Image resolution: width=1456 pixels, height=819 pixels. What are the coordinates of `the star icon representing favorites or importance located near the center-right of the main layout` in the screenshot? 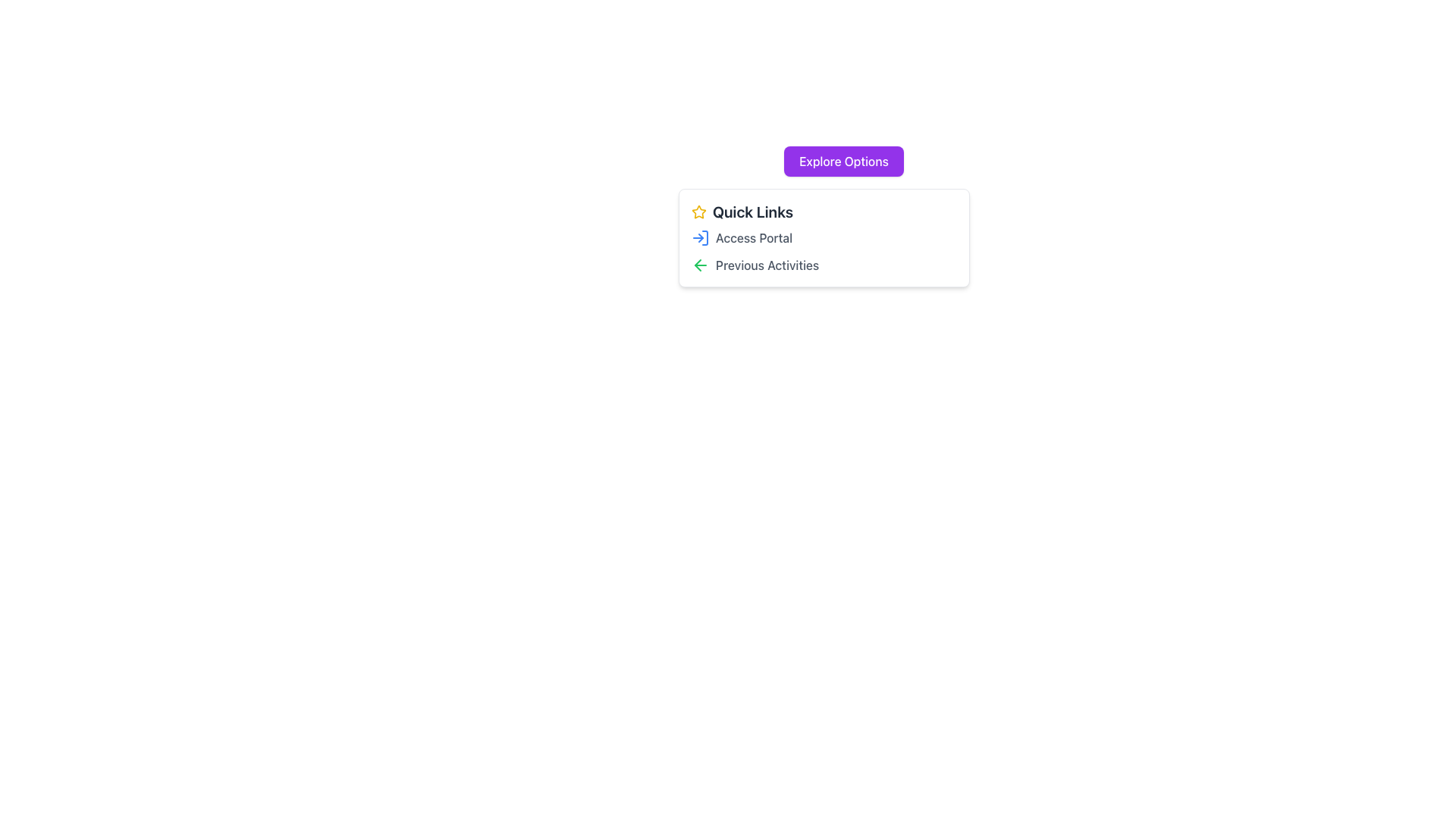 It's located at (698, 211).